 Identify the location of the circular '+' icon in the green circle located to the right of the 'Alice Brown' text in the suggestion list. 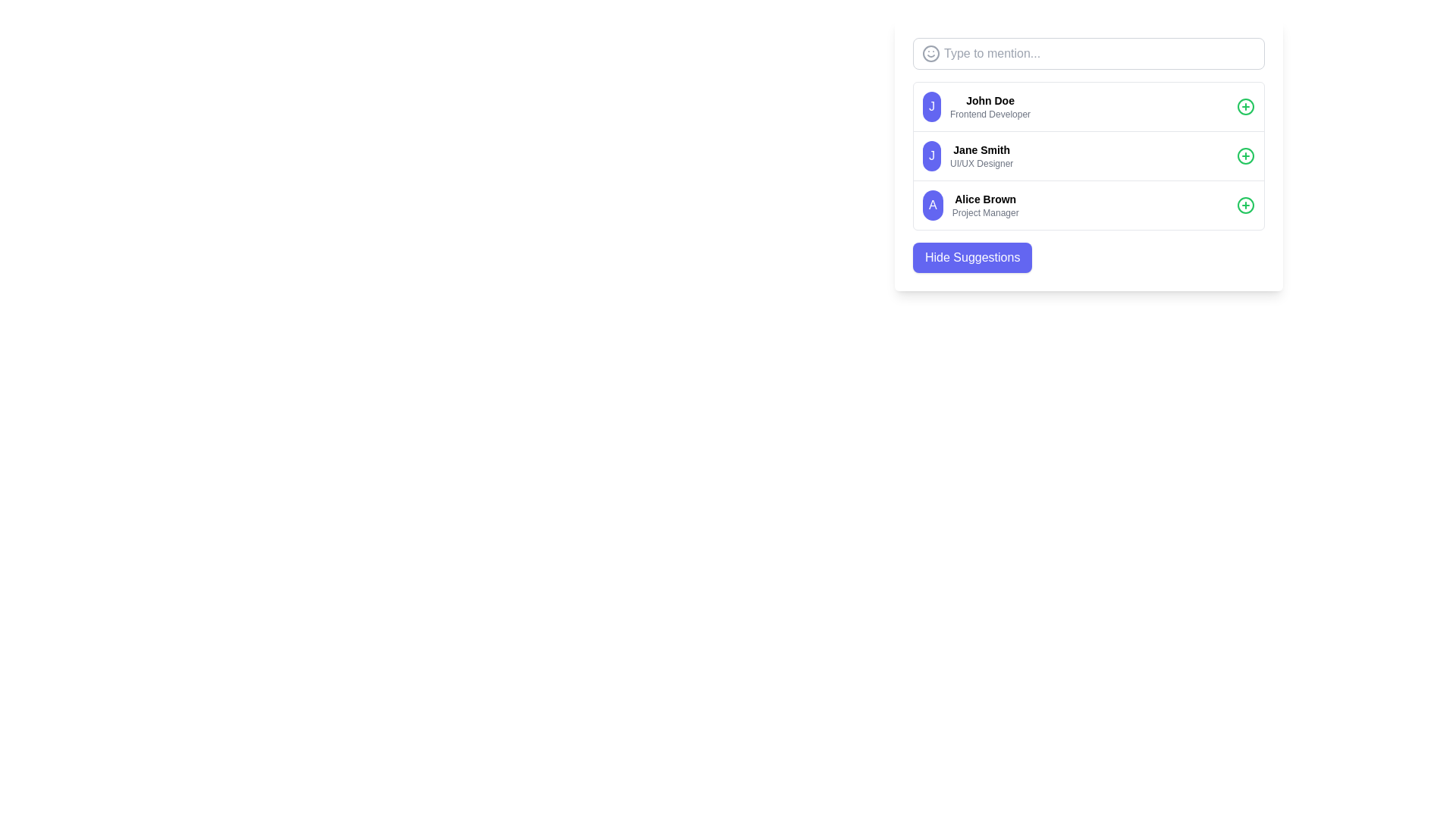
(1245, 205).